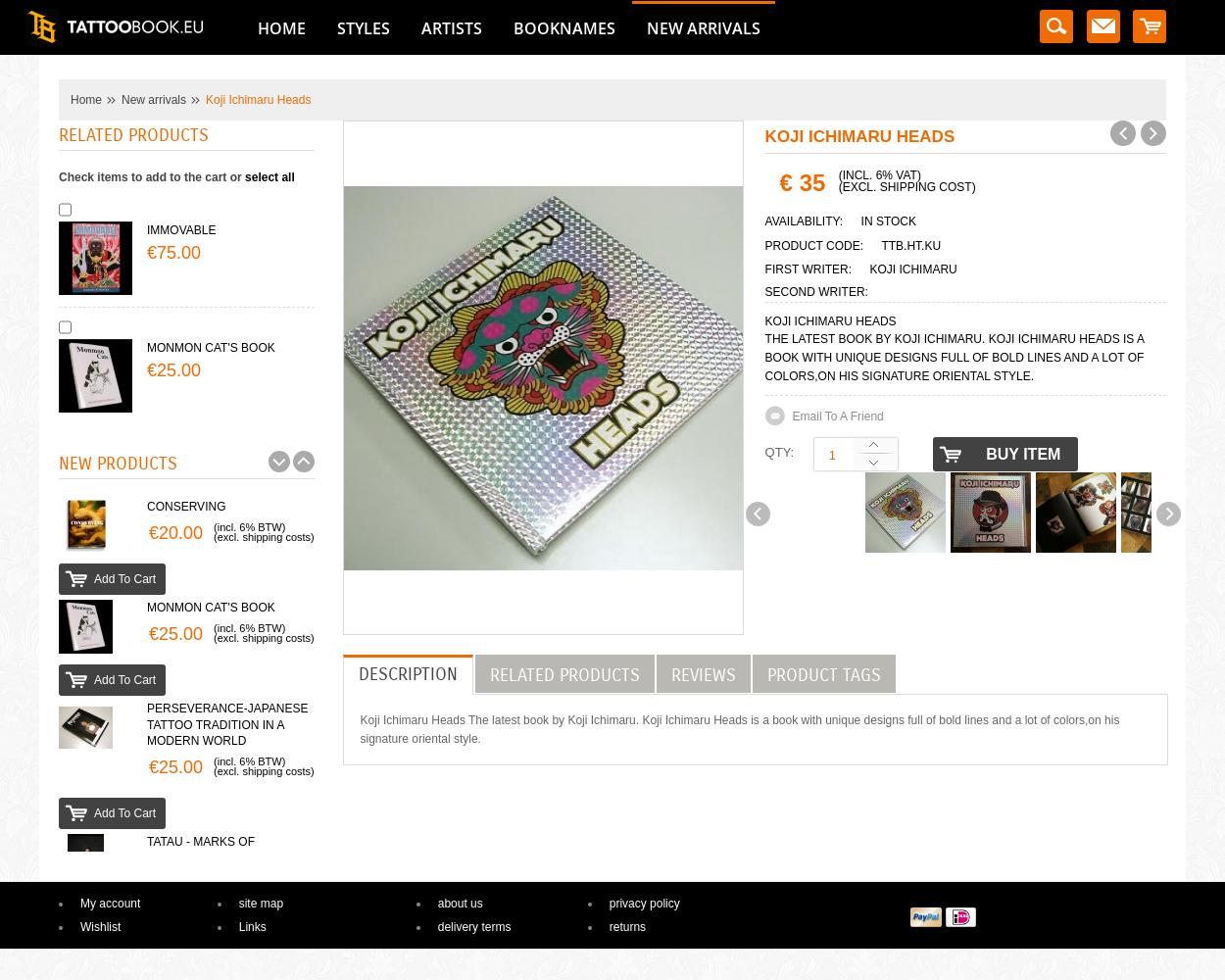  I want to click on 'delivery terms', so click(472, 926).